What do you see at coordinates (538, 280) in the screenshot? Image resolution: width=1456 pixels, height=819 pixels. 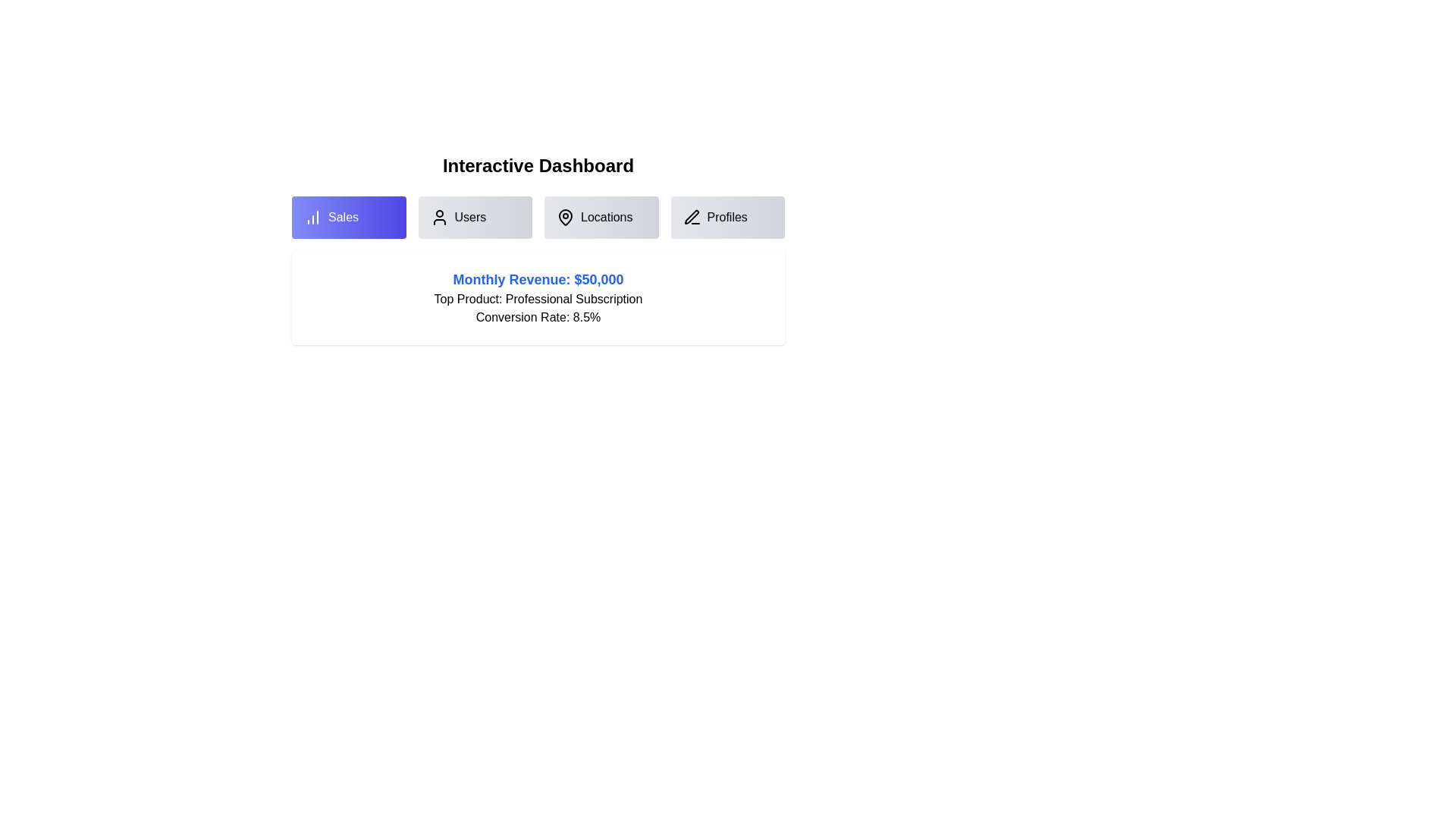 I see `current monthly revenue displayed in the text label, which is prominently positioned as the first line above 'Top Product: Professional Subscription' and 'Conversion Rate: 8.5%'` at bounding box center [538, 280].